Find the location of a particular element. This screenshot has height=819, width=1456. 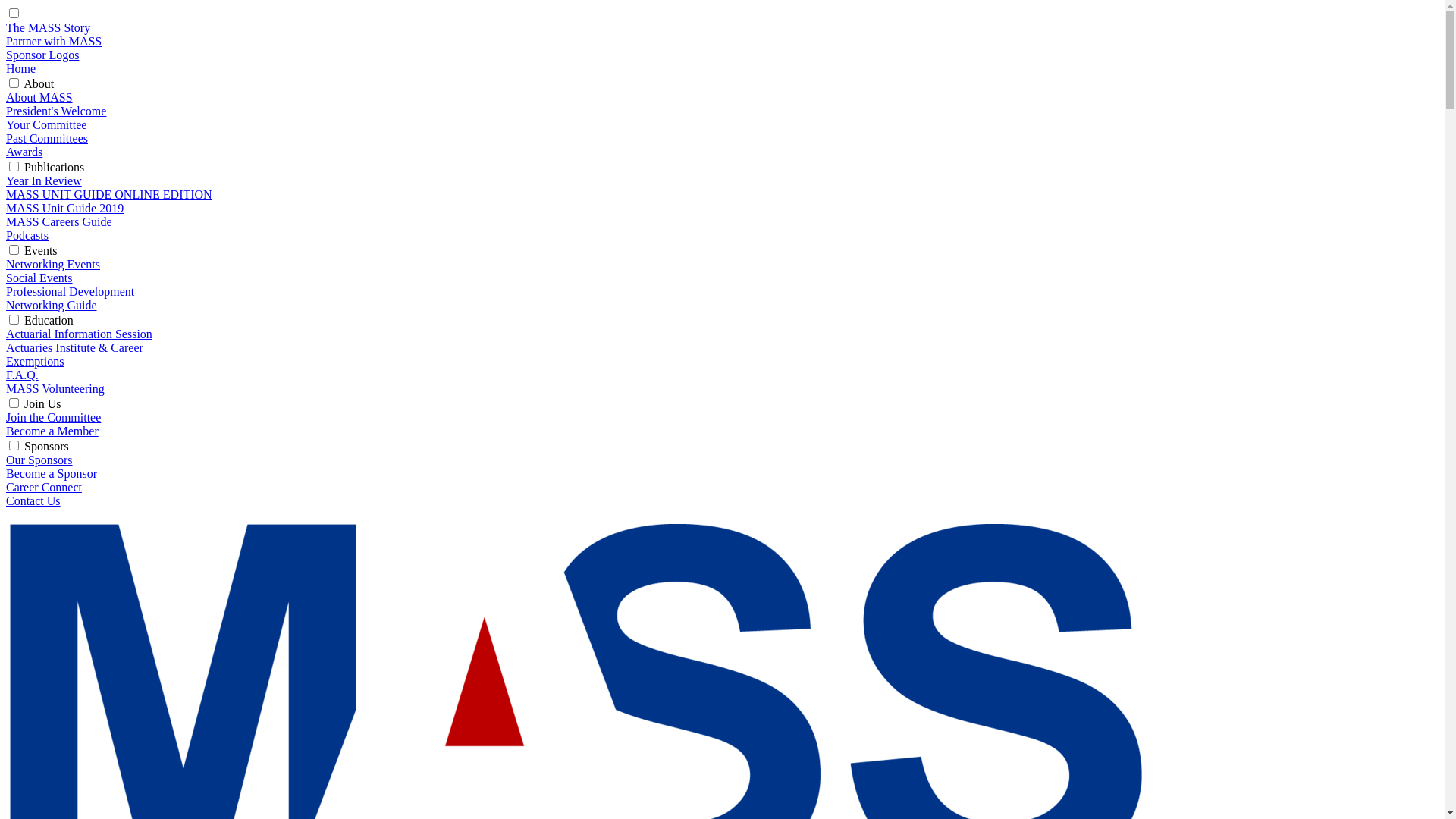

'MASS Volunteering' is located at coordinates (6, 388).